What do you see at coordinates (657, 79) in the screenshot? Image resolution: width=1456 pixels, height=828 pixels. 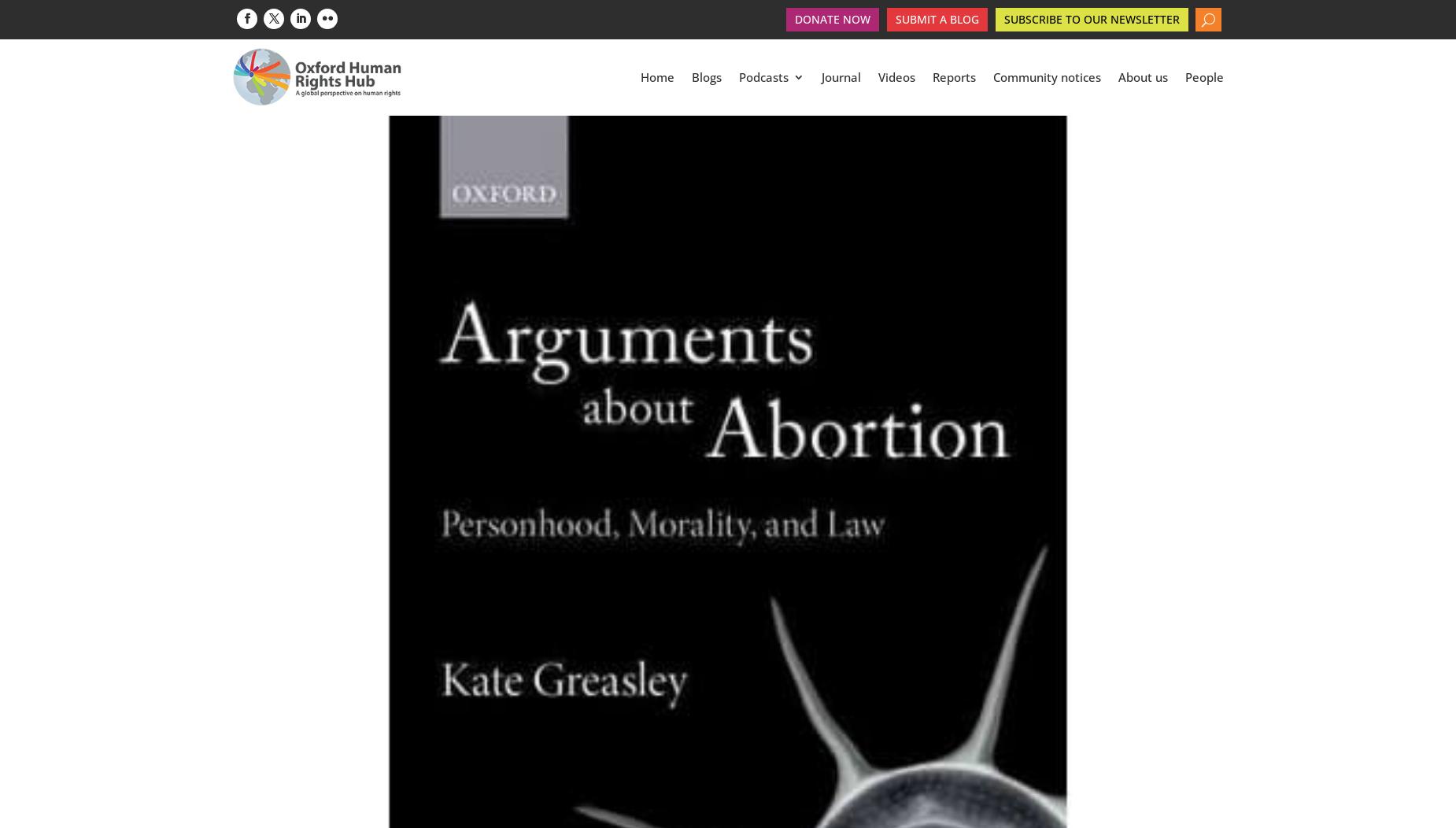 I see `'Home'` at bounding box center [657, 79].